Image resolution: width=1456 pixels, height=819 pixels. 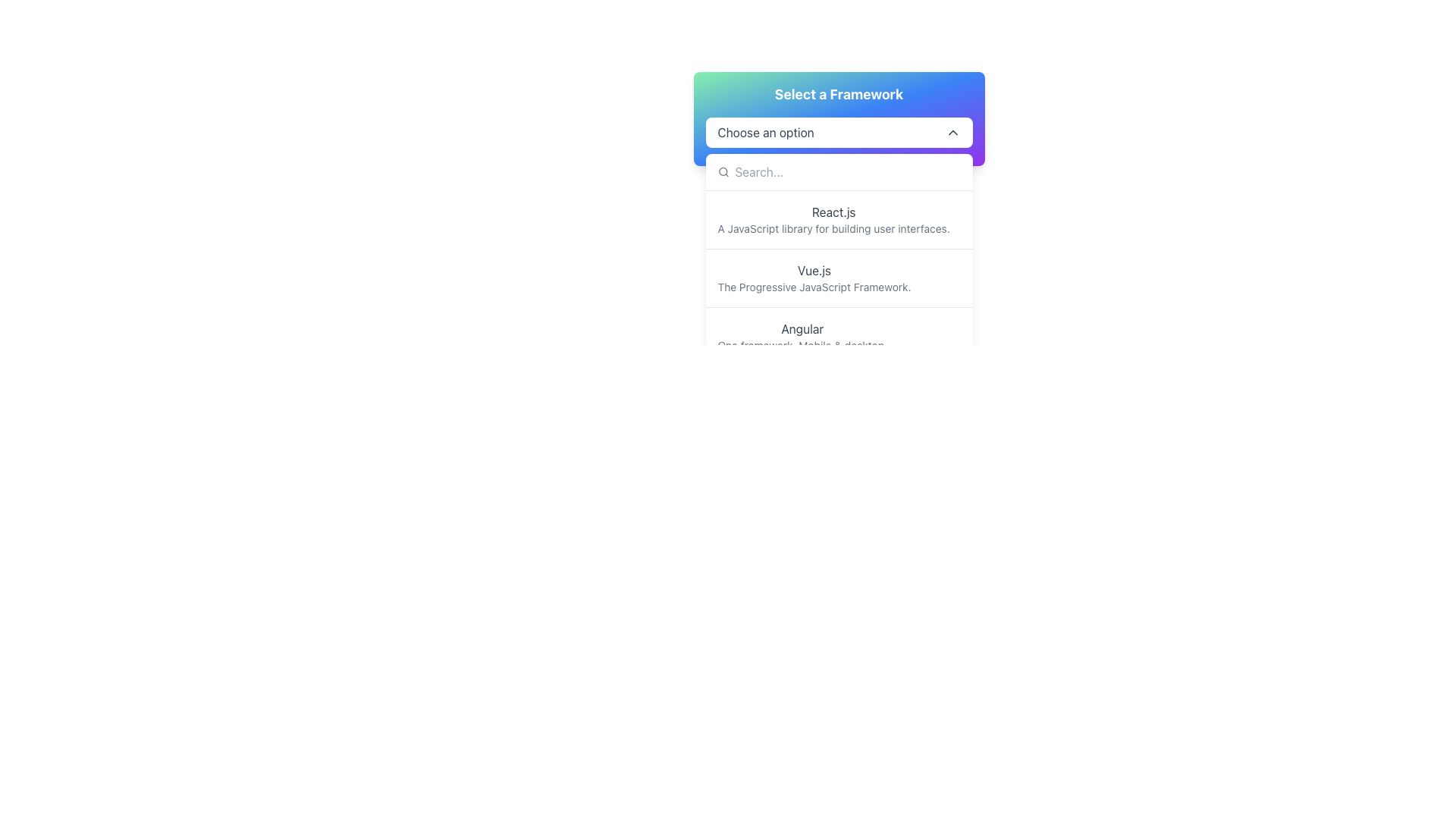 What do you see at coordinates (833, 219) in the screenshot?
I see `the first selectable option in the dropdown menu labeled 'React.js'` at bounding box center [833, 219].